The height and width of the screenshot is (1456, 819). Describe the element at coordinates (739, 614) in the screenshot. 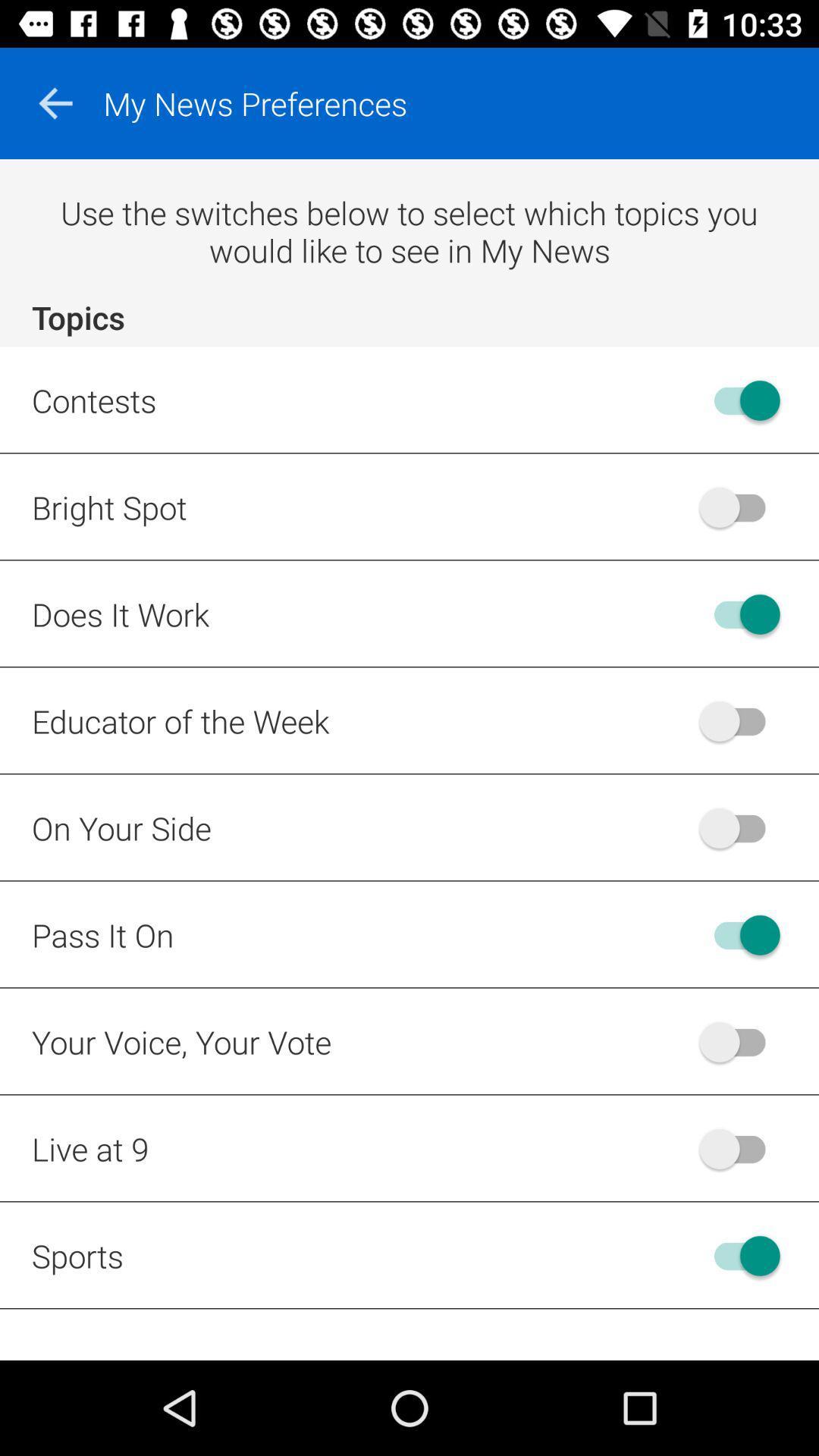

I see `the does it work topic` at that location.